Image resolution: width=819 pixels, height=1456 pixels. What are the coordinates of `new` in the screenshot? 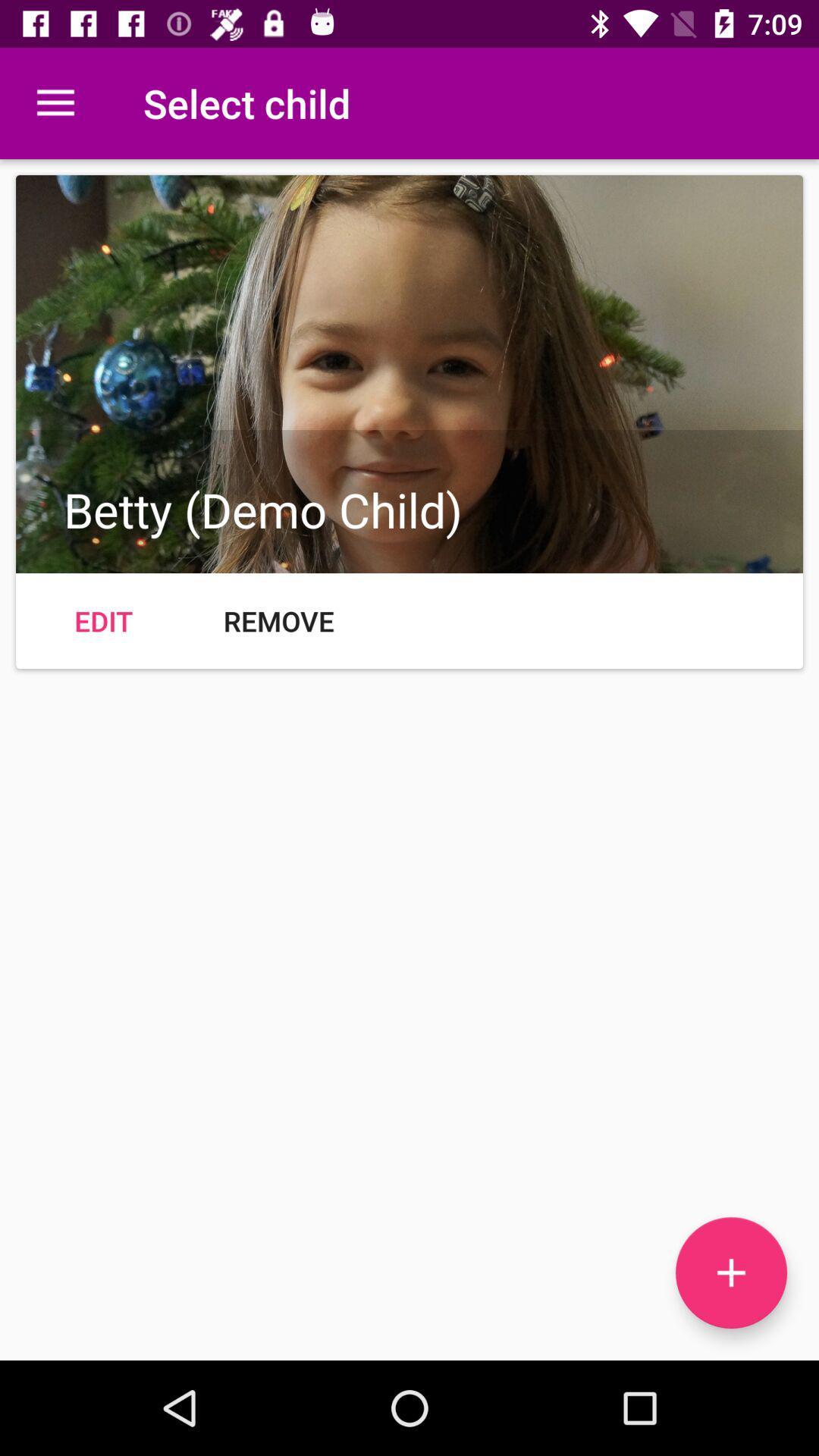 It's located at (730, 1272).